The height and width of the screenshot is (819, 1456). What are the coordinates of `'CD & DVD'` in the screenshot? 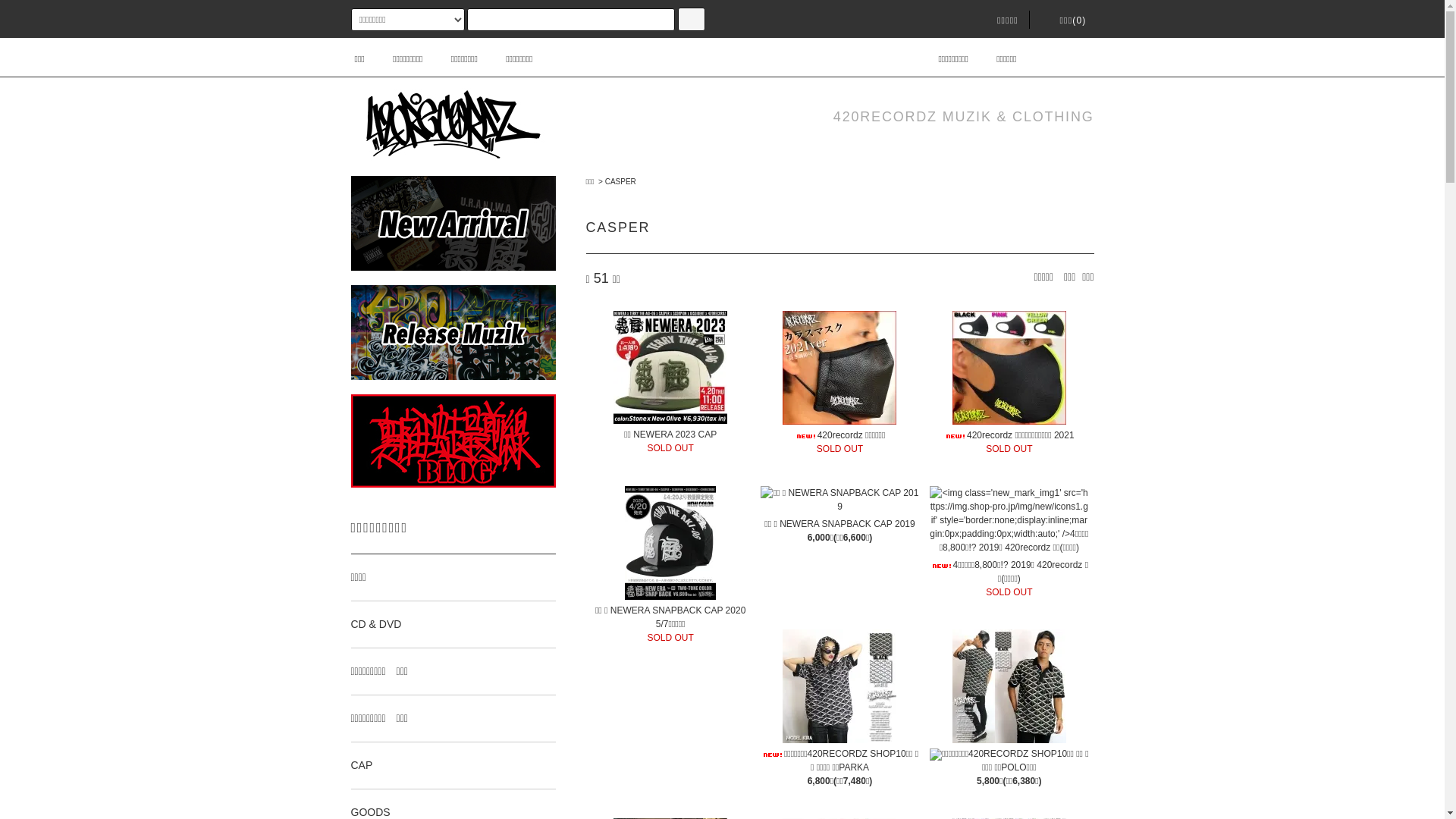 It's located at (451, 624).